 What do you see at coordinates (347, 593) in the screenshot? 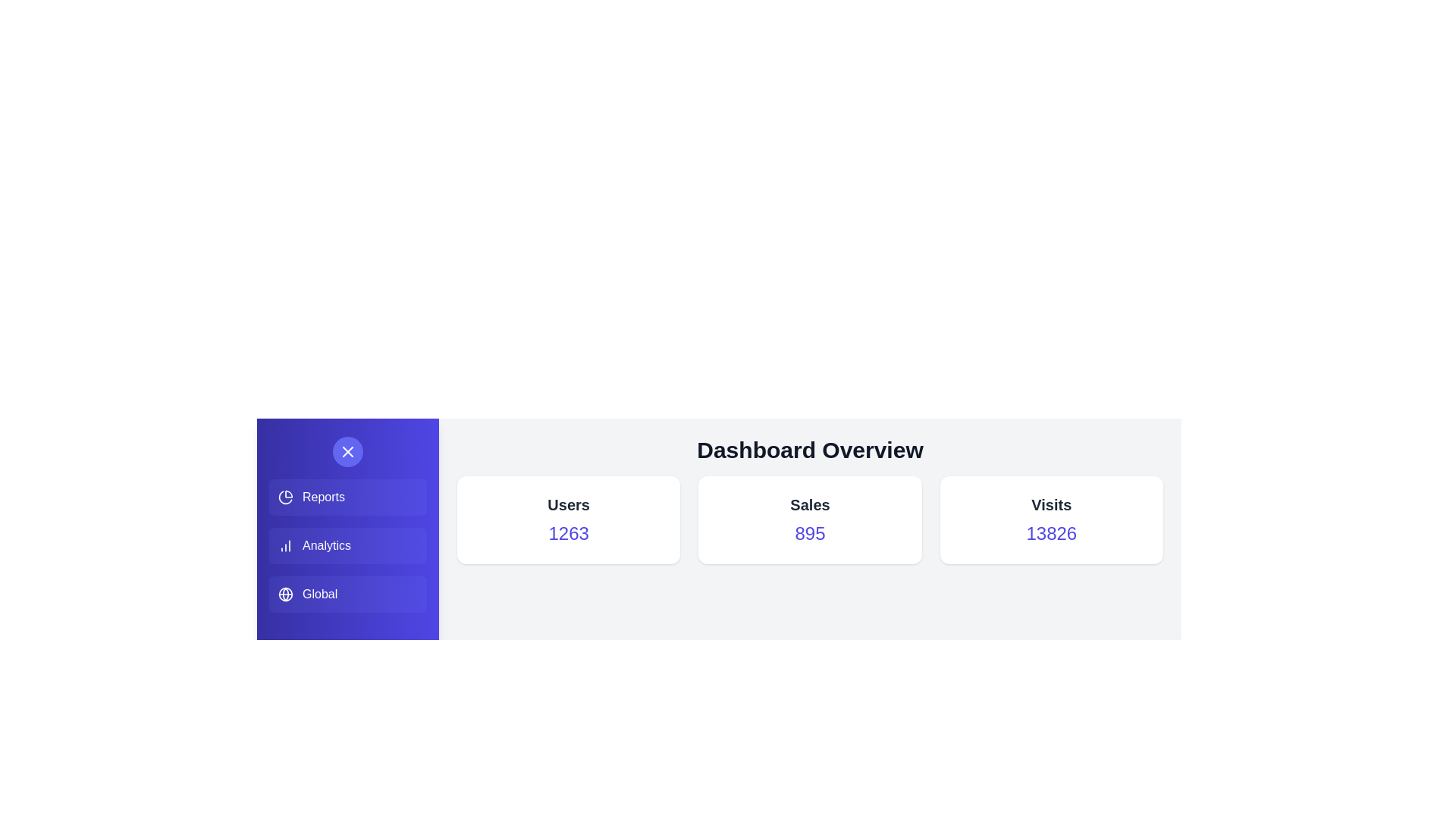
I see `the Global button in the side menu` at bounding box center [347, 593].